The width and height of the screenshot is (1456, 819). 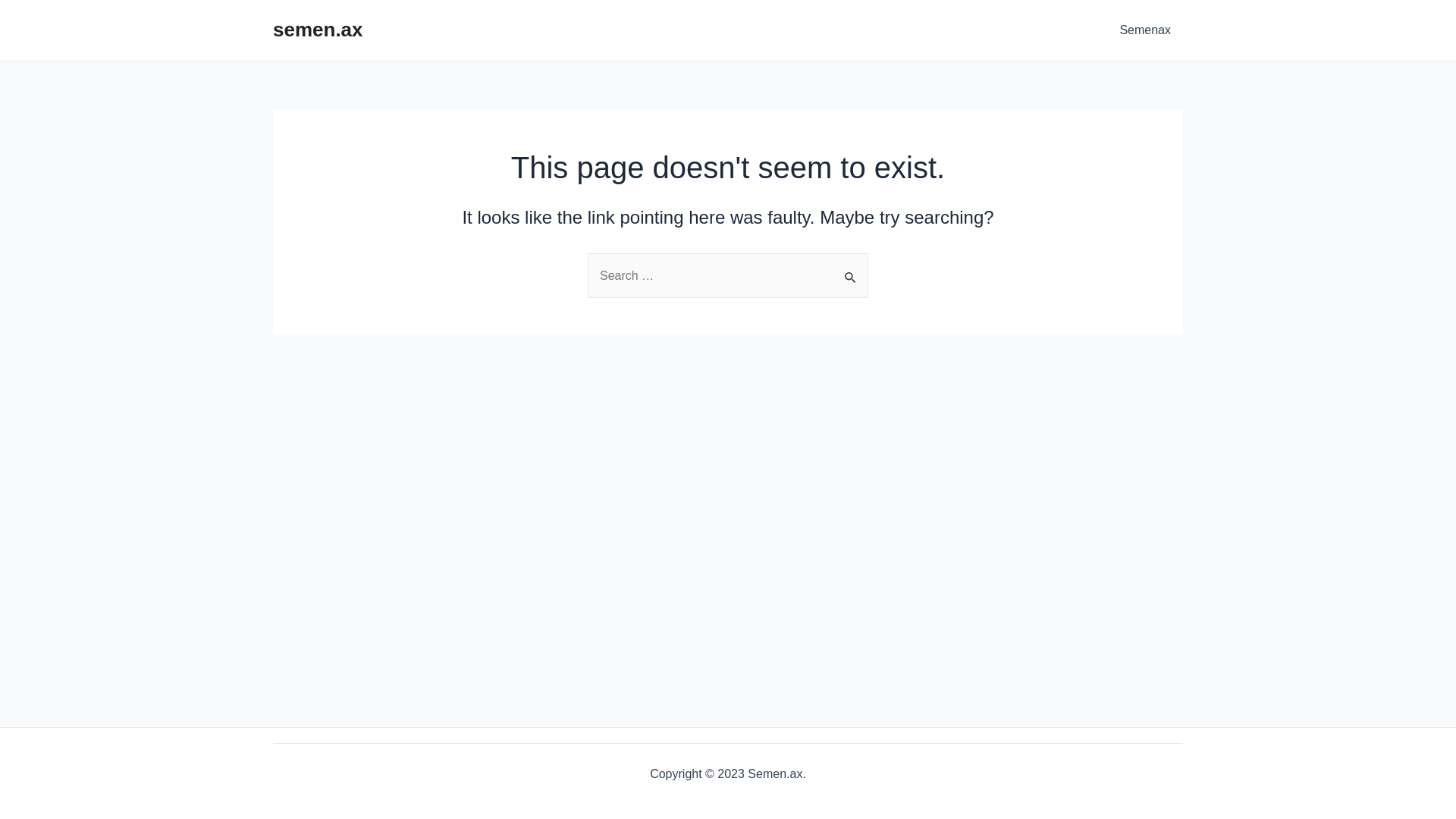 I want to click on 'Search', so click(x=851, y=268).